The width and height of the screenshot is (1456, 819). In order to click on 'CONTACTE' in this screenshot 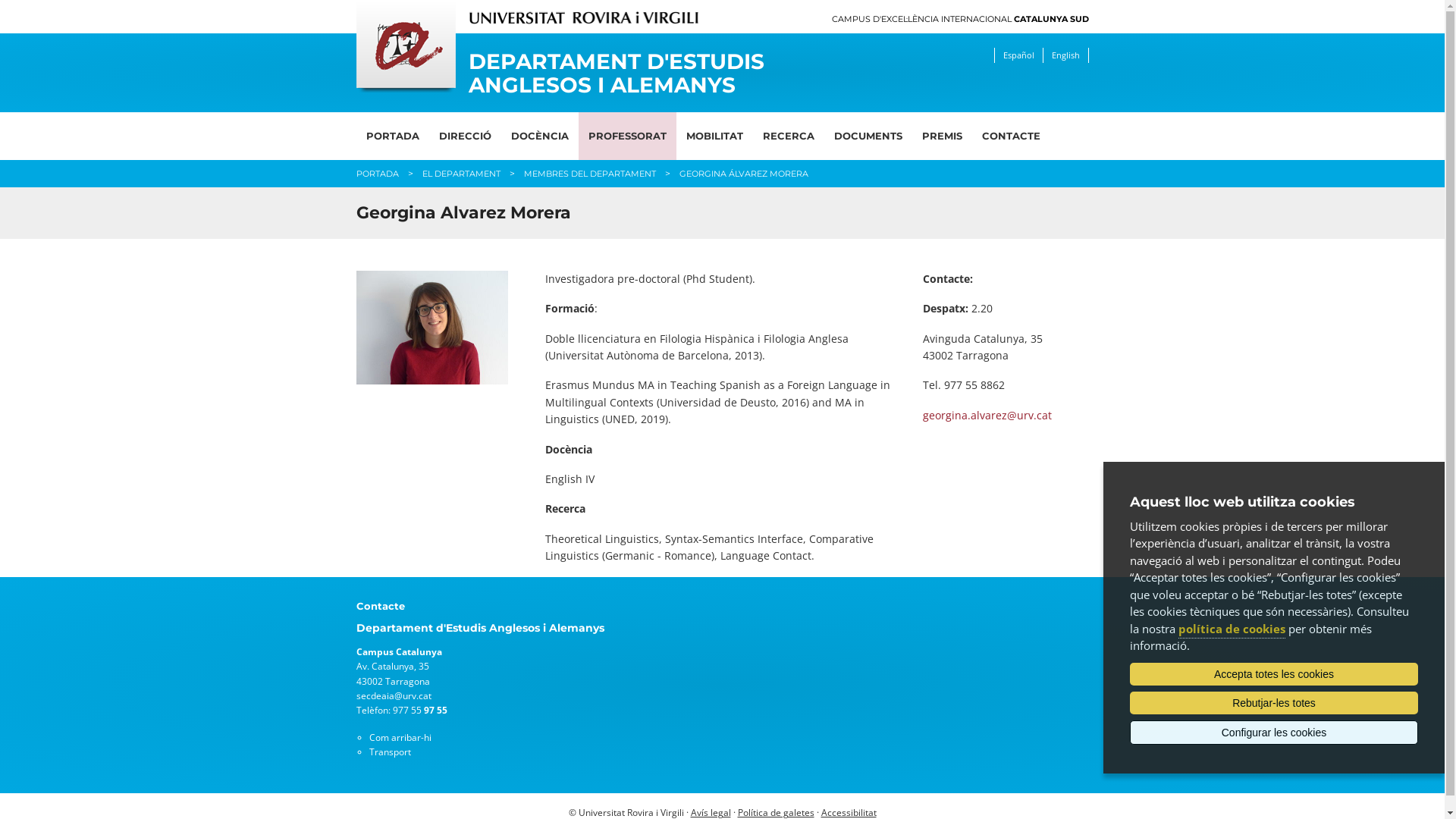, I will do `click(1011, 135)`.